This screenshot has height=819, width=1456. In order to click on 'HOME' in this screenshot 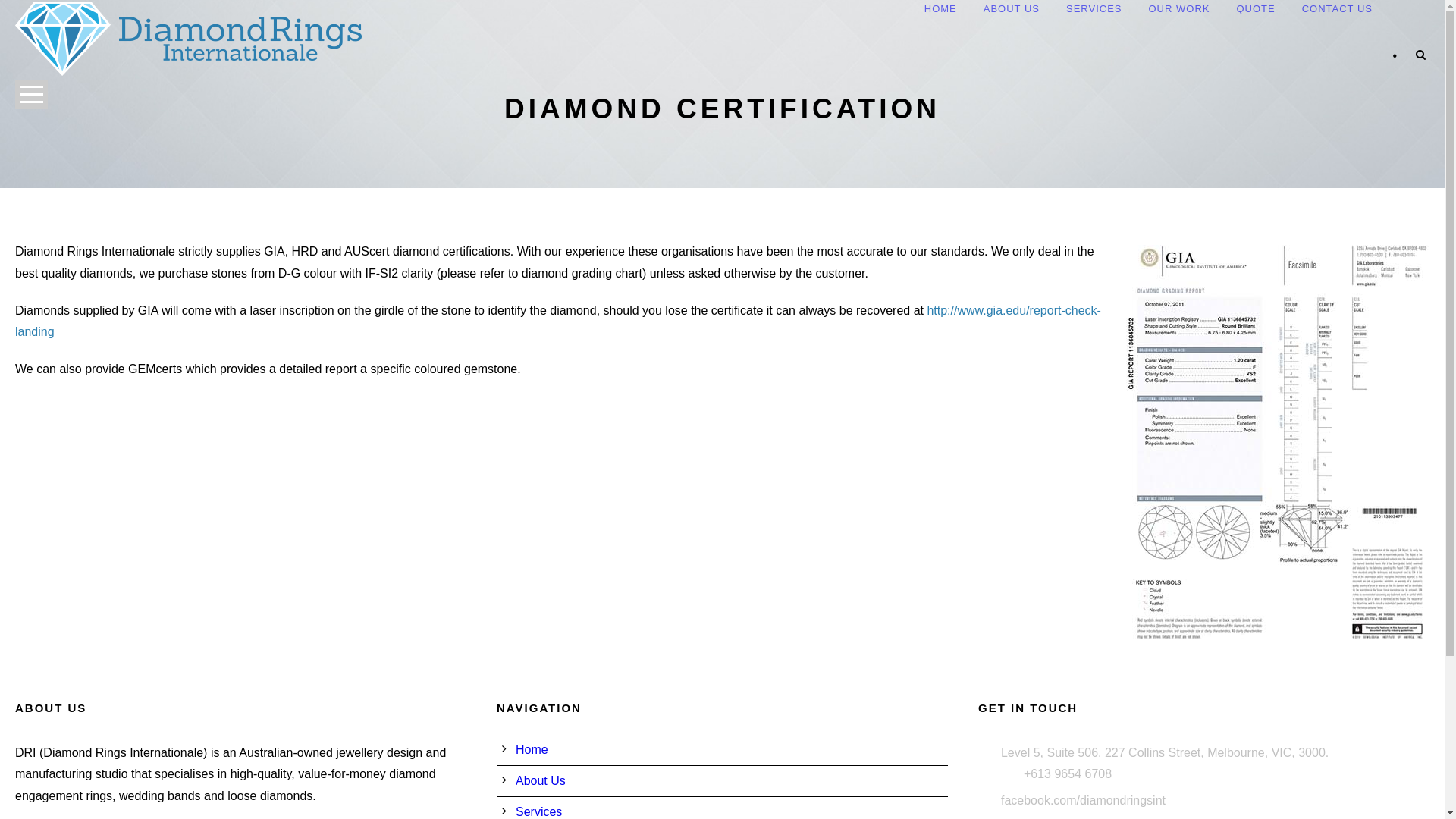, I will do `click(940, 10)`.